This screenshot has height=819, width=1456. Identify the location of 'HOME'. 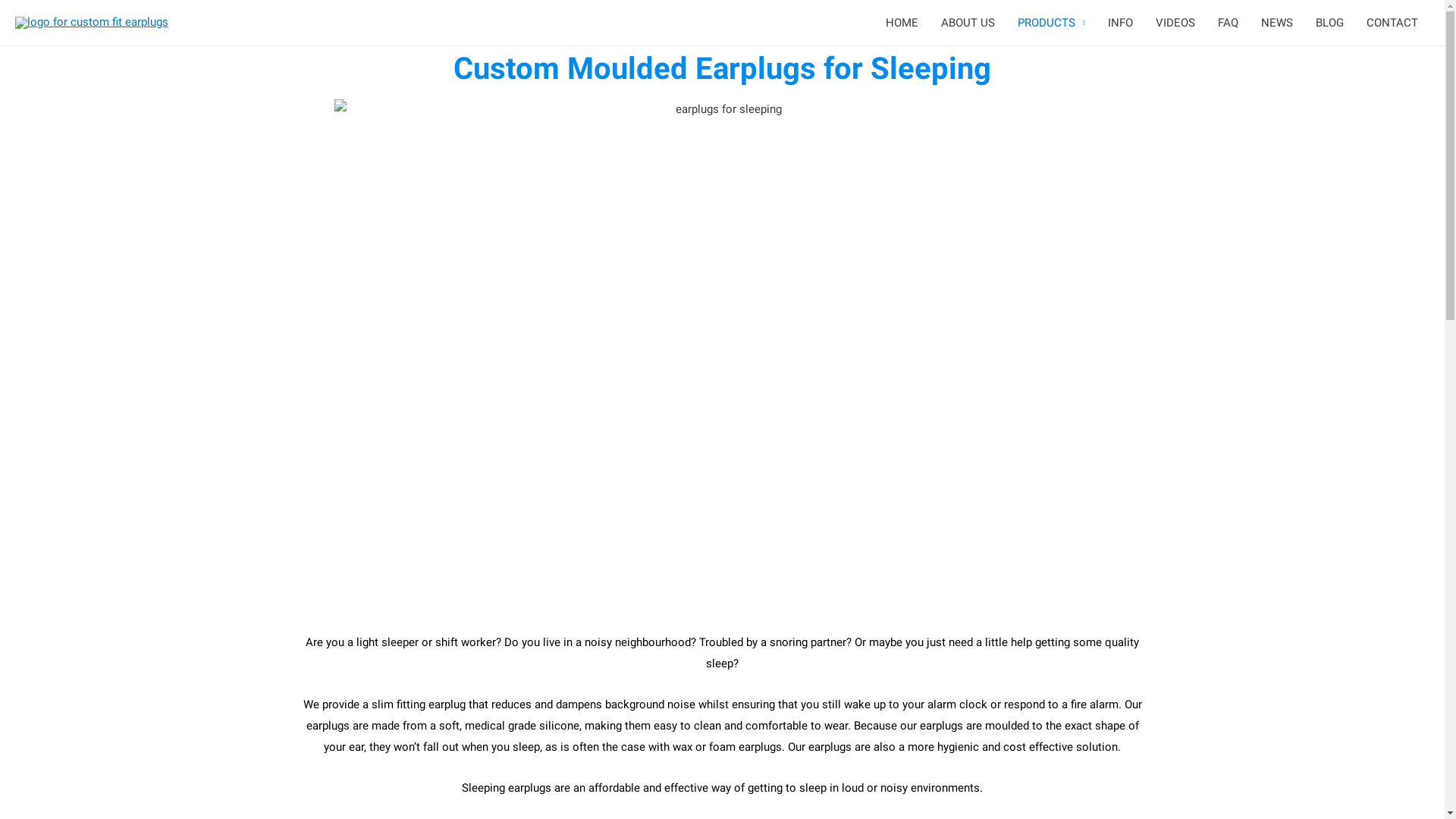
(902, 23).